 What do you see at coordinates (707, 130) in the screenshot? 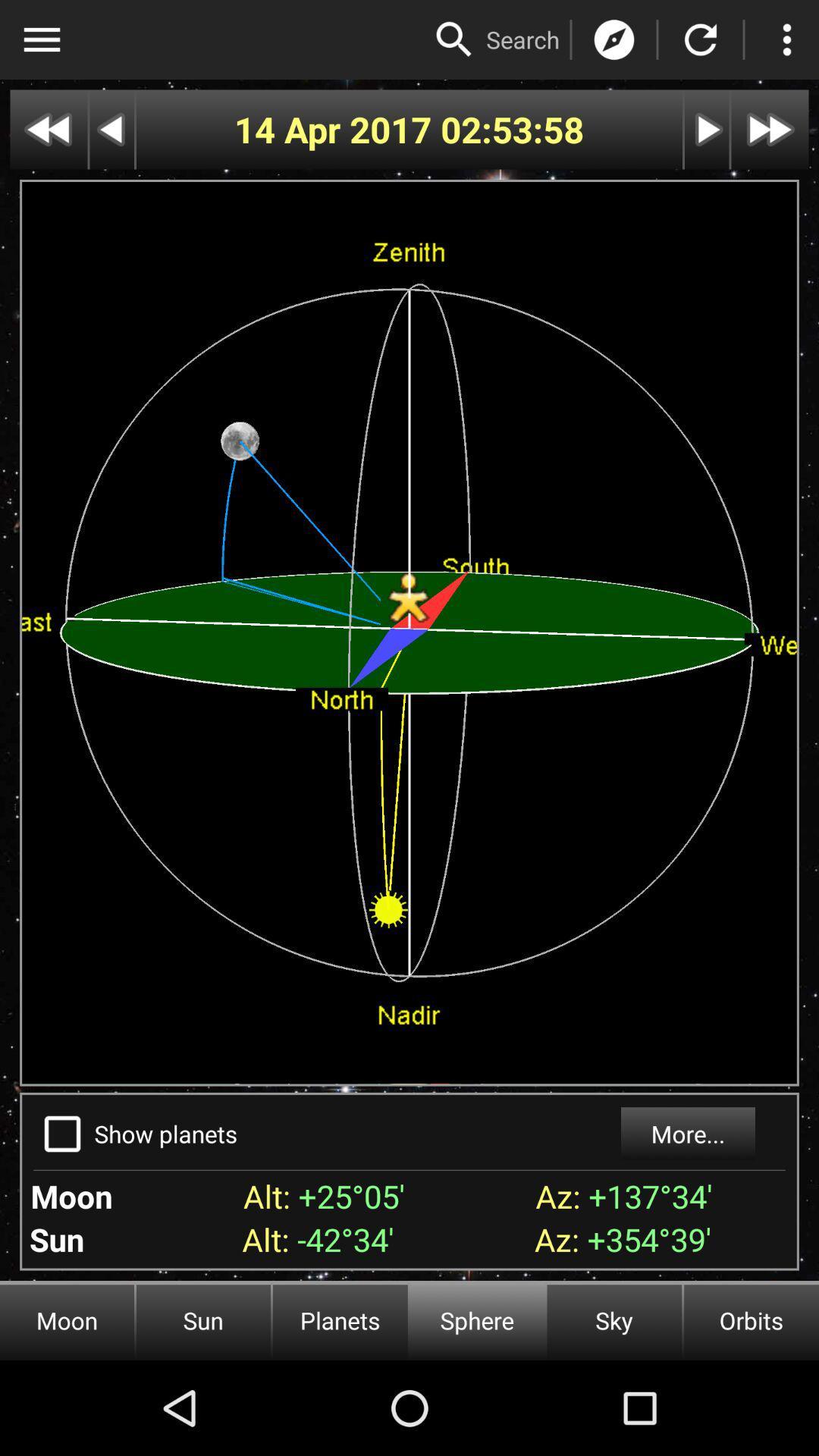
I see `next` at bounding box center [707, 130].